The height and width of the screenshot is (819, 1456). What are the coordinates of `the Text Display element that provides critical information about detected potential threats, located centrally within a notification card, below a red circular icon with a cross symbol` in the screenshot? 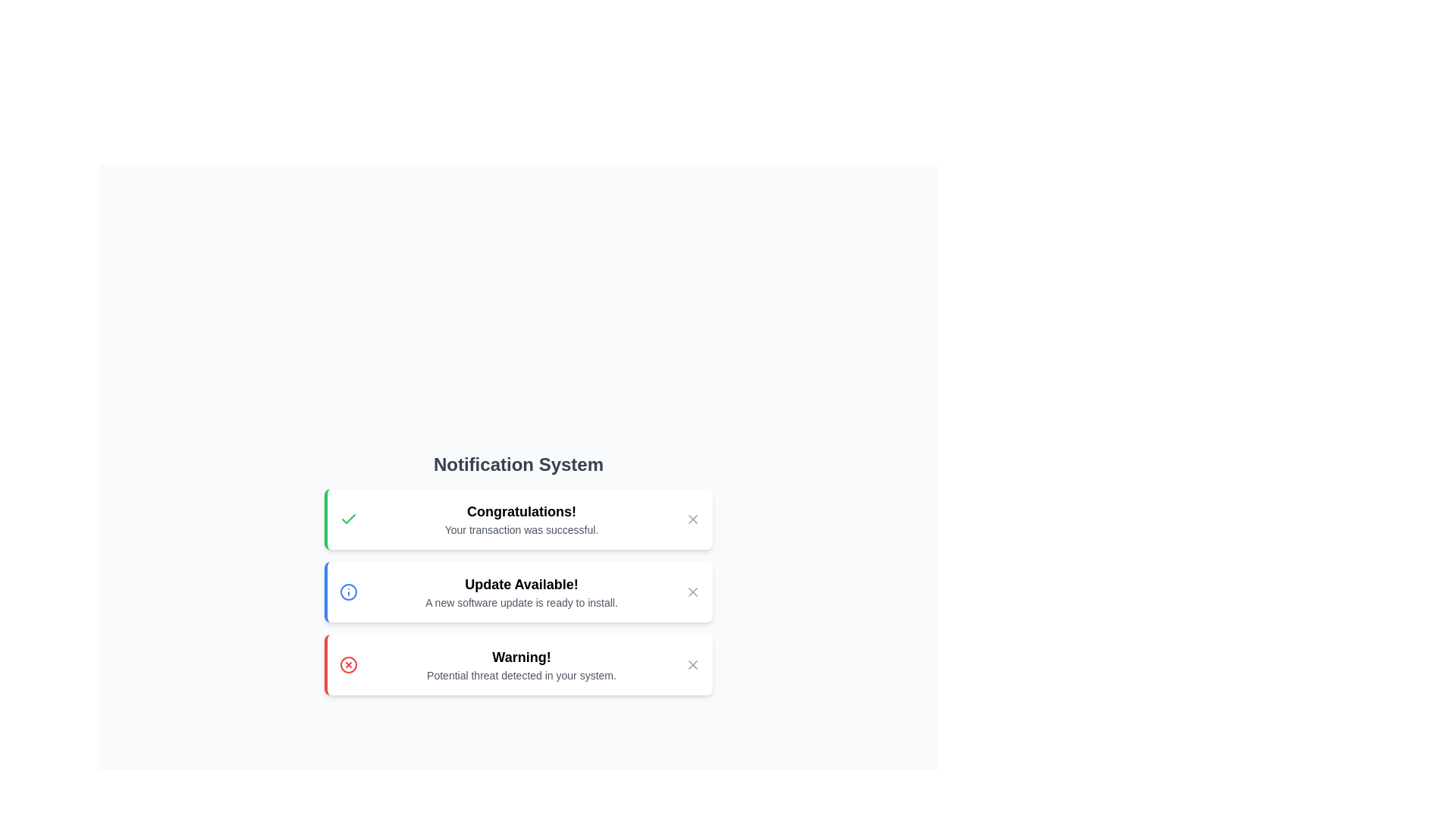 It's located at (521, 664).